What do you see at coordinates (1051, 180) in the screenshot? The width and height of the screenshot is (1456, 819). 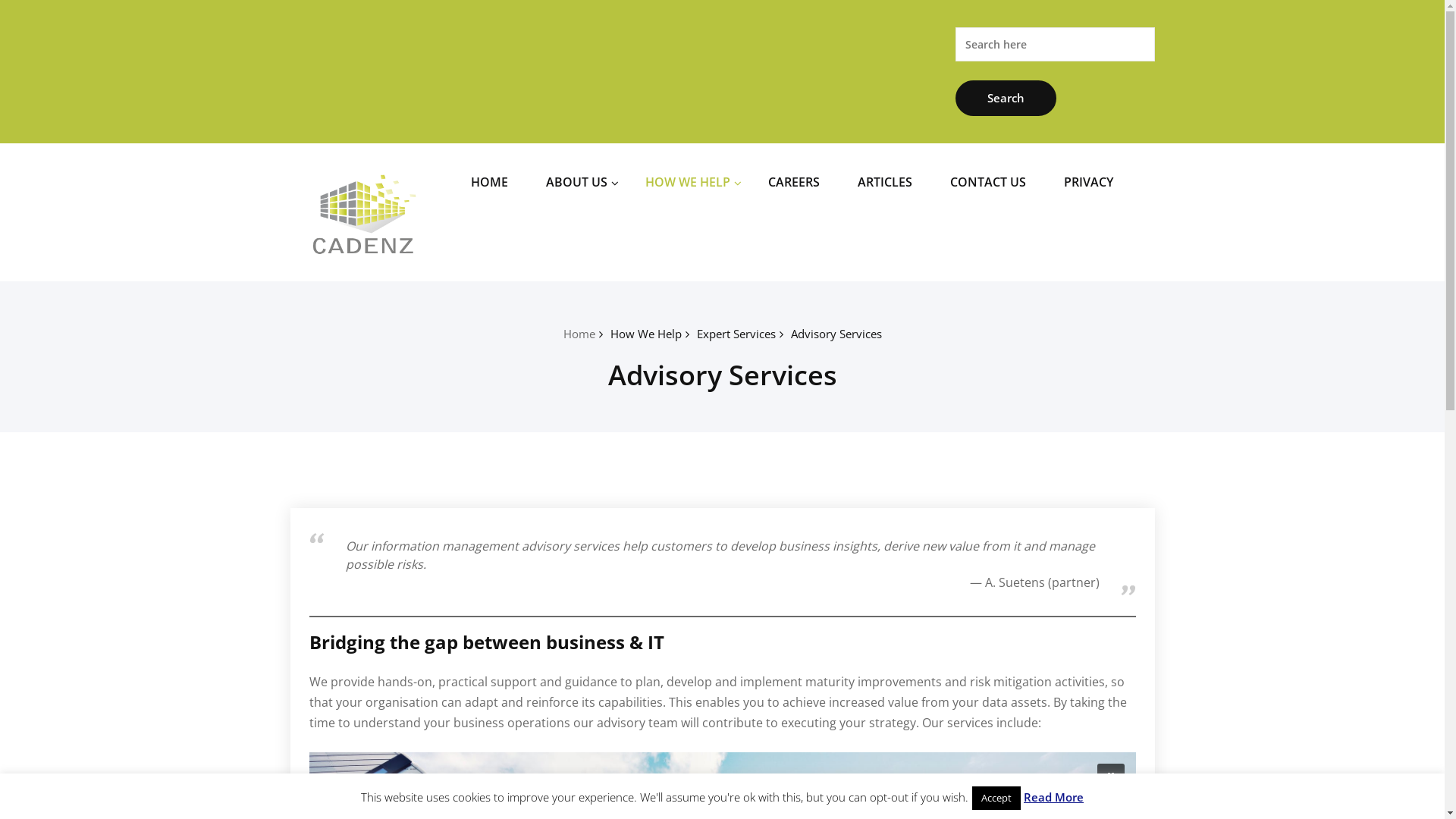 I see `'PRIVACY'` at bounding box center [1051, 180].